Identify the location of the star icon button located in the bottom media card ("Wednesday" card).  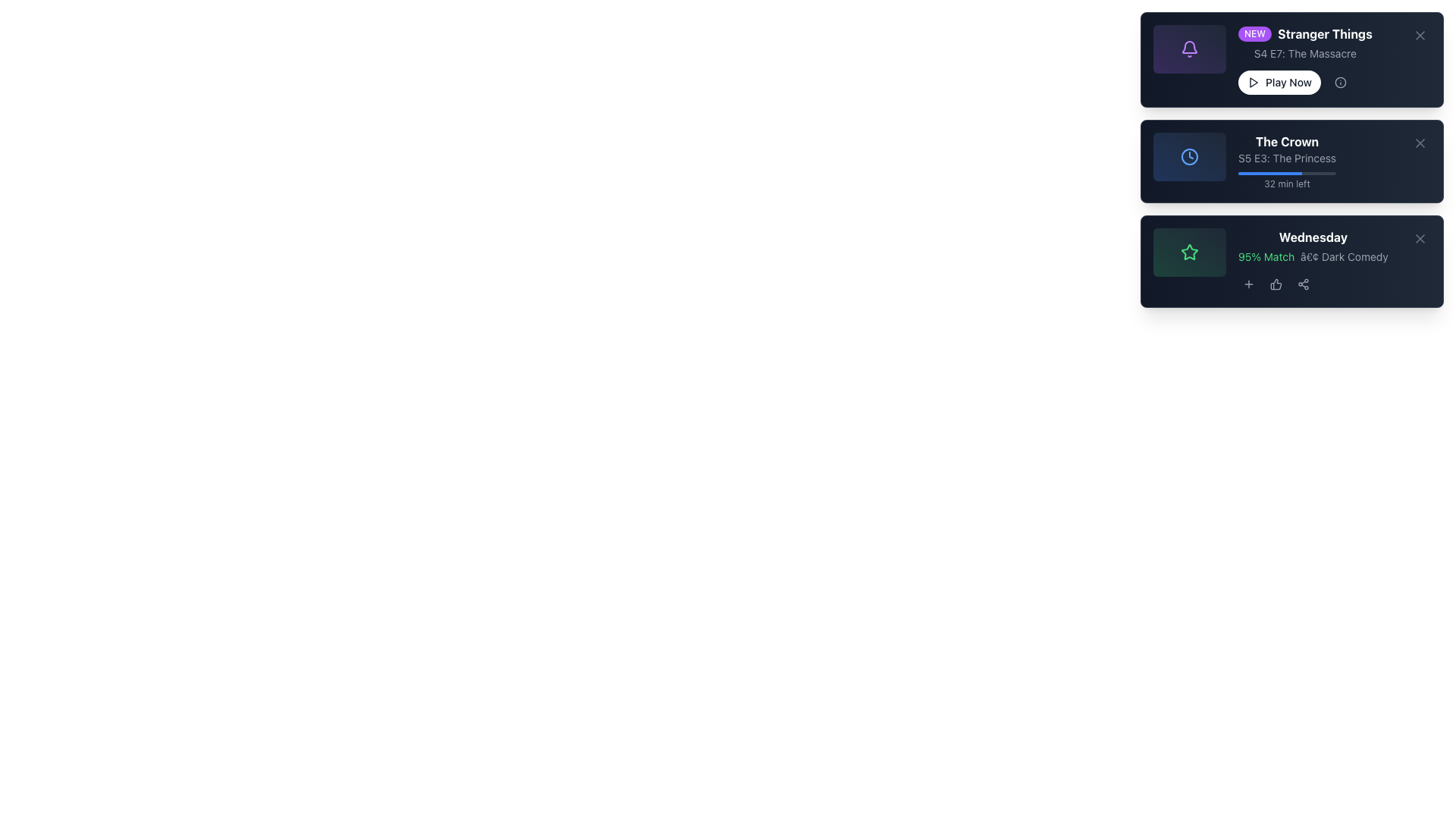
(1189, 251).